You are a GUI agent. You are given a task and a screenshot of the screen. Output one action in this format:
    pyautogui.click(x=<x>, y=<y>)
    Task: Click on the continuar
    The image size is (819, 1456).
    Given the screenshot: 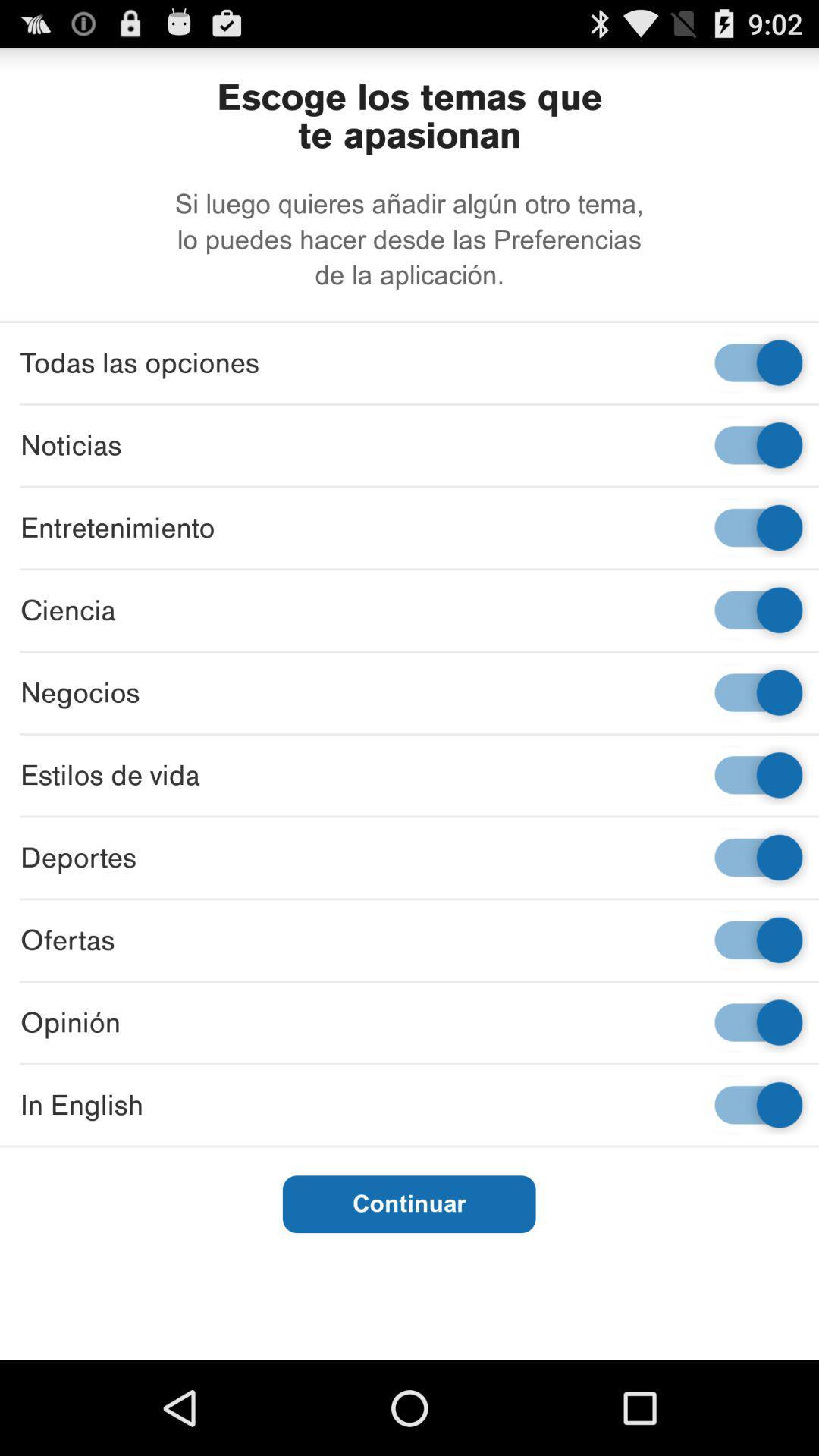 What is the action you would take?
    pyautogui.click(x=408, y=1203)
    